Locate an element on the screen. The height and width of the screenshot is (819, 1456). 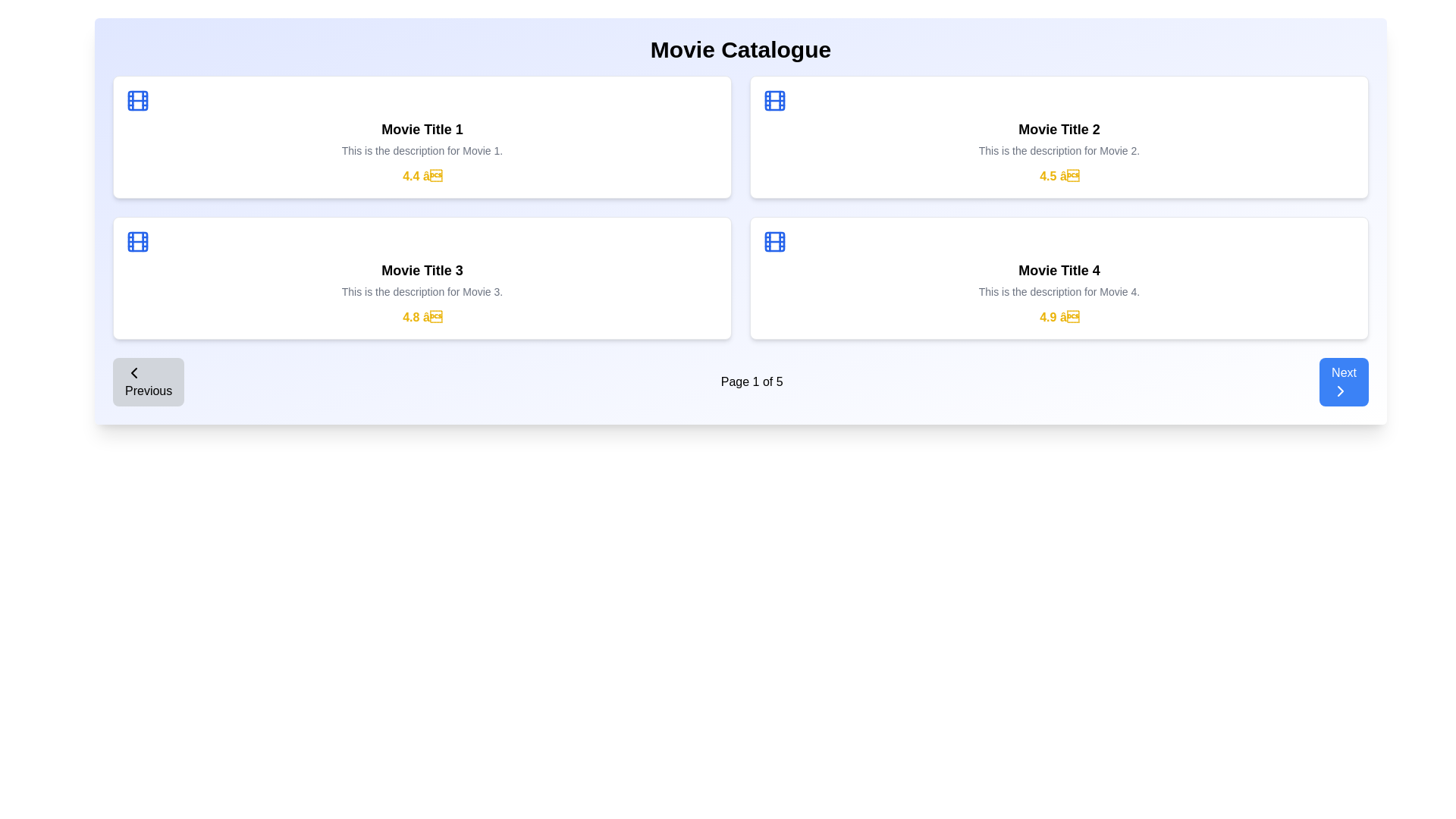
the movie icon located in the upper-left corner of the 'Movie Title 4' card, which is positioned in the bottom-right quadrant of the grid layout is located at coordinates (775, 241).